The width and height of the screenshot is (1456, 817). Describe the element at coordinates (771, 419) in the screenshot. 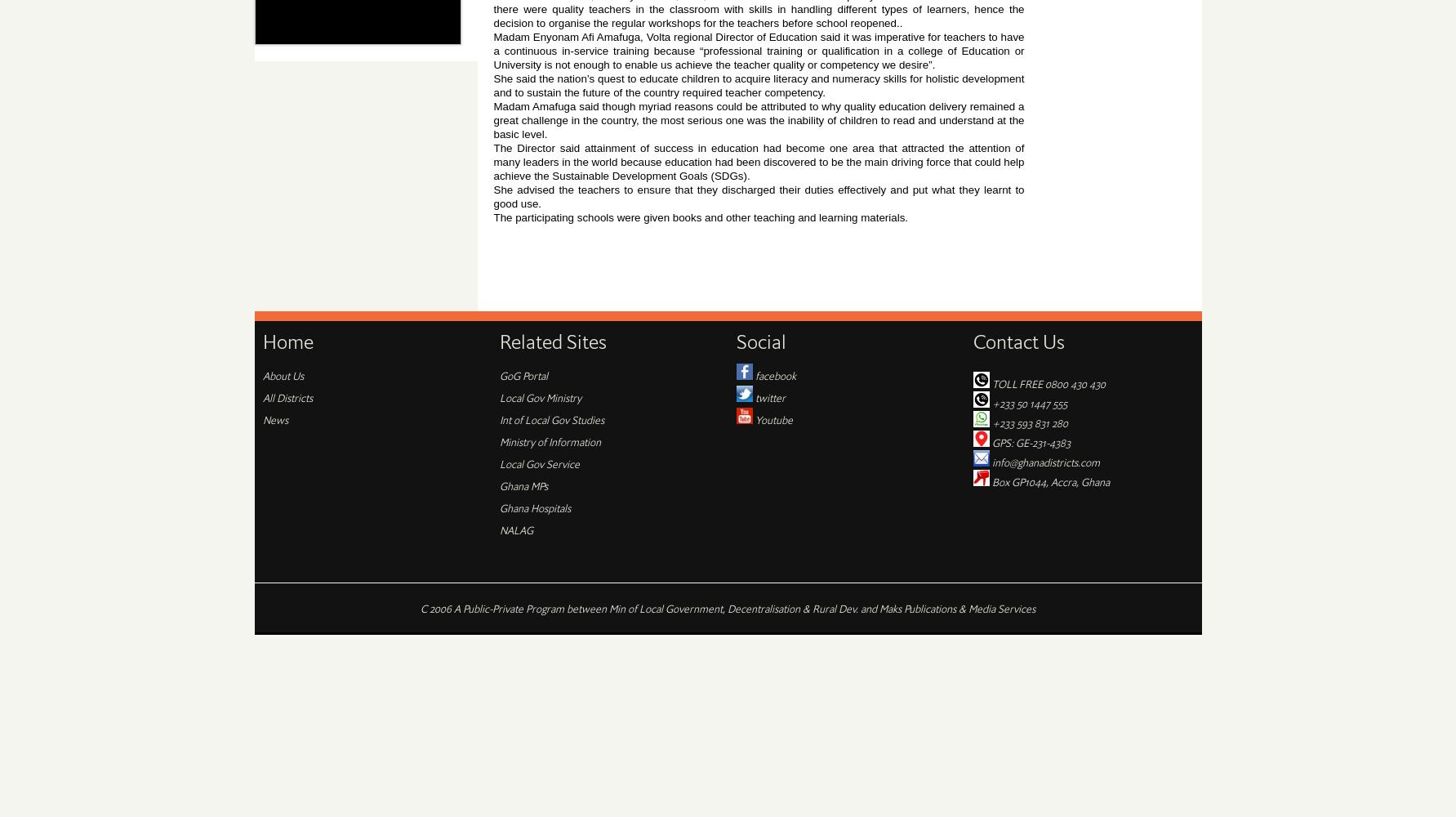

I see `'Youtube'` at that location.